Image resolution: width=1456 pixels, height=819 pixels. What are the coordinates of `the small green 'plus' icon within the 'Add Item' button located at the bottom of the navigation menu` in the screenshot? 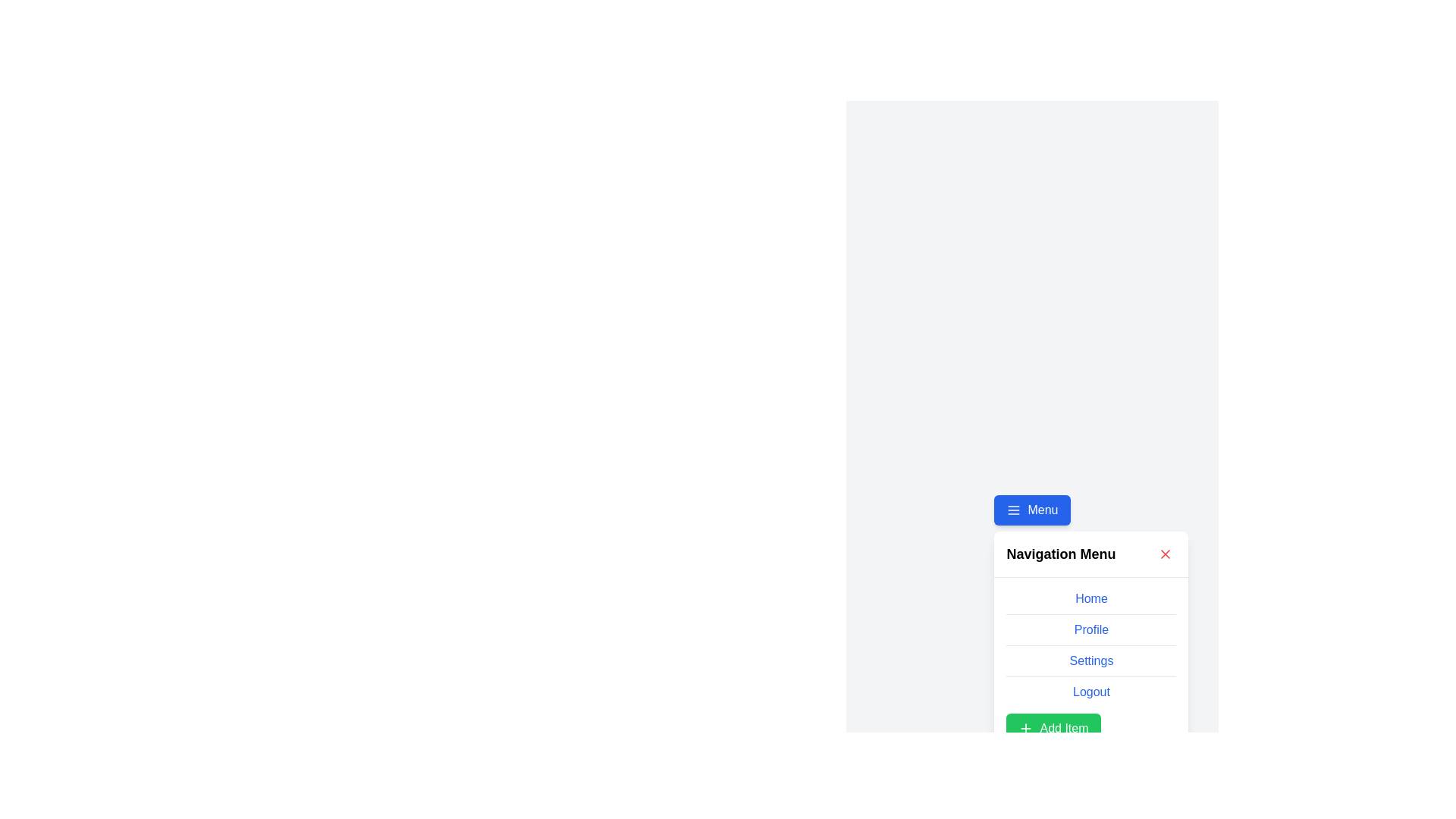 It's located at (1026, 727).